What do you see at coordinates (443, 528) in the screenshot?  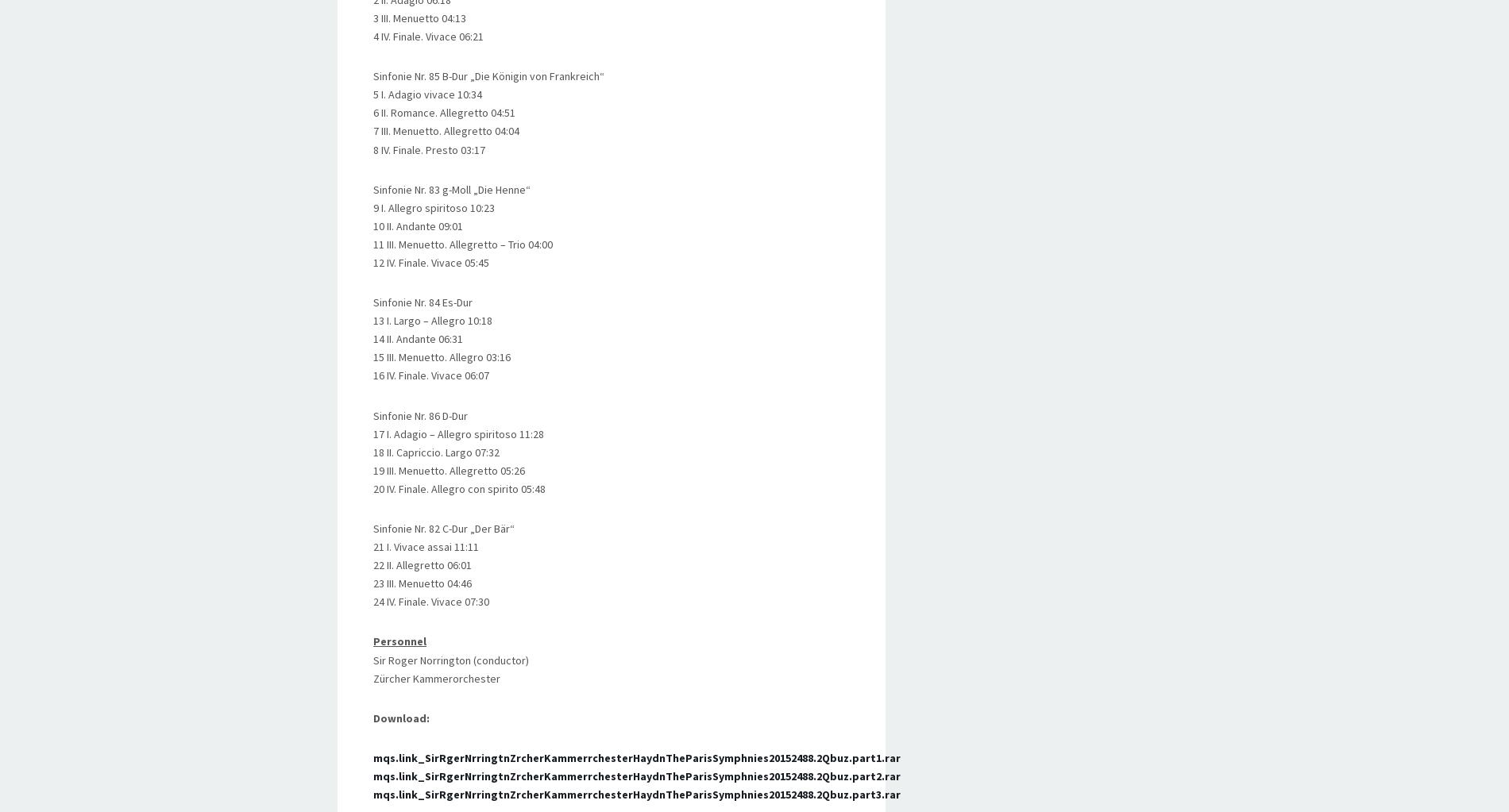 I see `'Sinfonie Nr. 82 C-Dur „Der Bär“'` at bounding box center [443, 528].